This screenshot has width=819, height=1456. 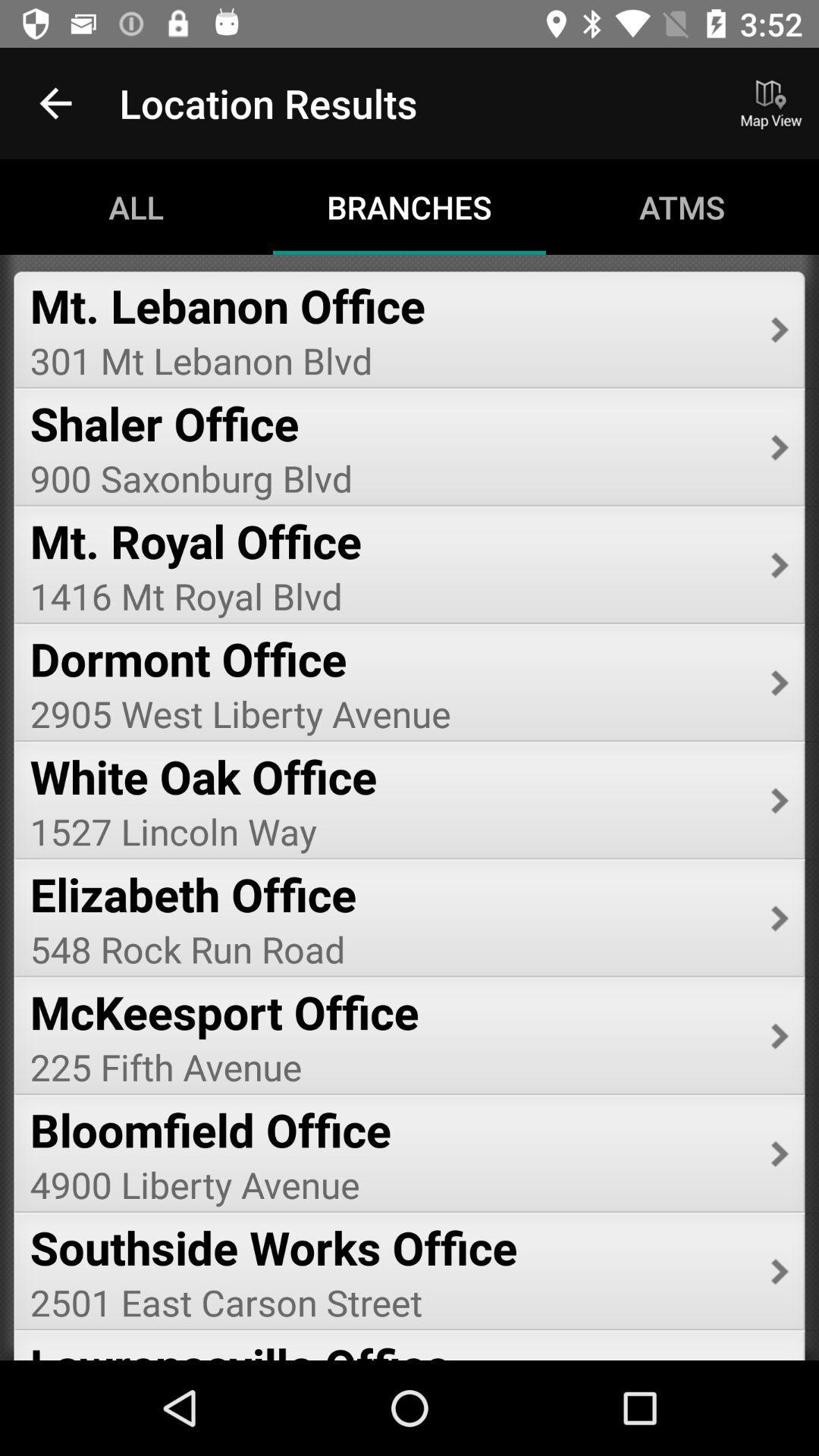 I want to click on icon below the 225 fifth avenue item, so click(x=389, y=1129).